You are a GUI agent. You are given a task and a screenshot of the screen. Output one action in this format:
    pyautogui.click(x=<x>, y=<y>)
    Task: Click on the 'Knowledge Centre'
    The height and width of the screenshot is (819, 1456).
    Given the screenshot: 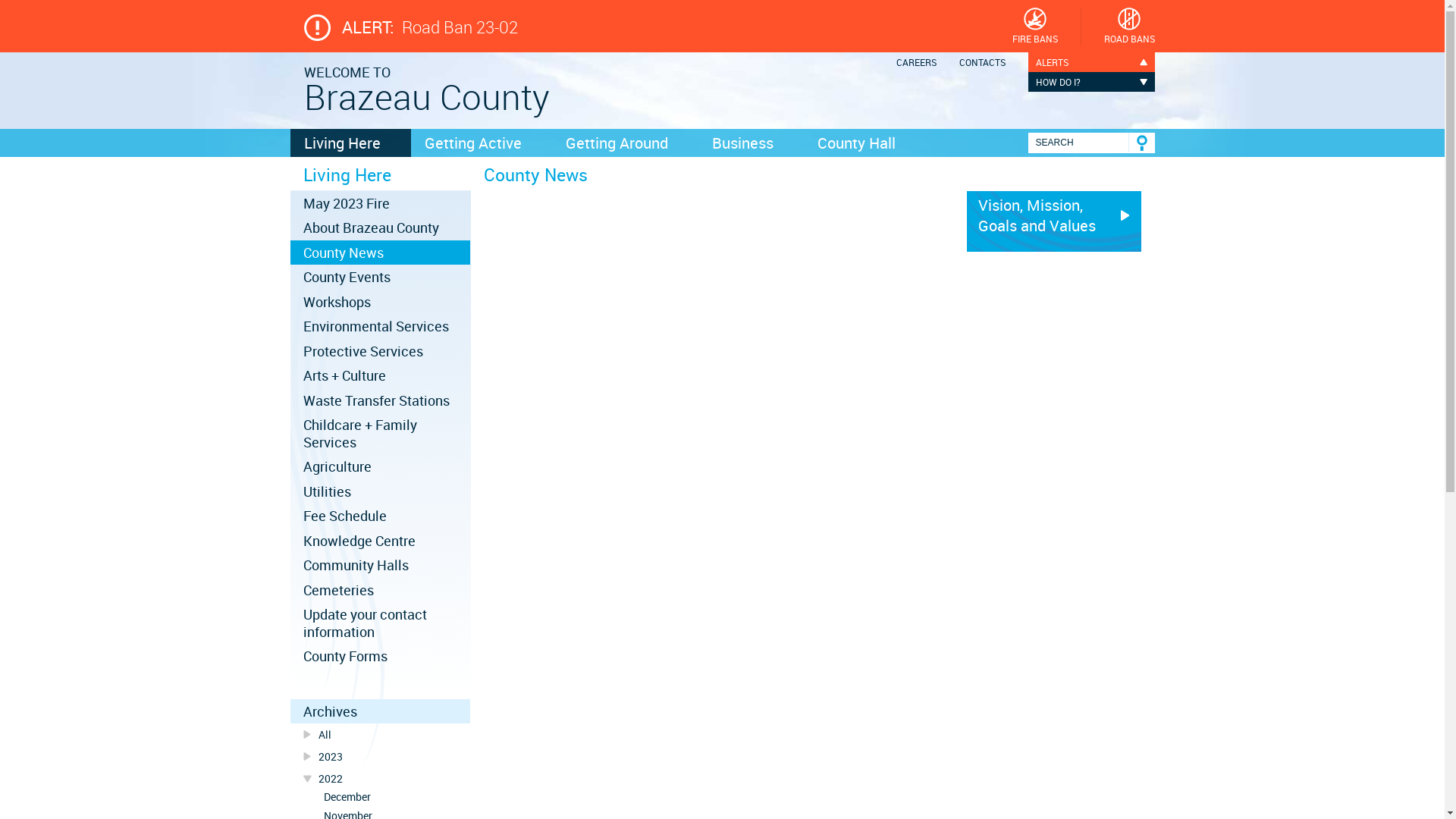 What is the action you would take?
    pyautogui.click(x=379, y=540)
    